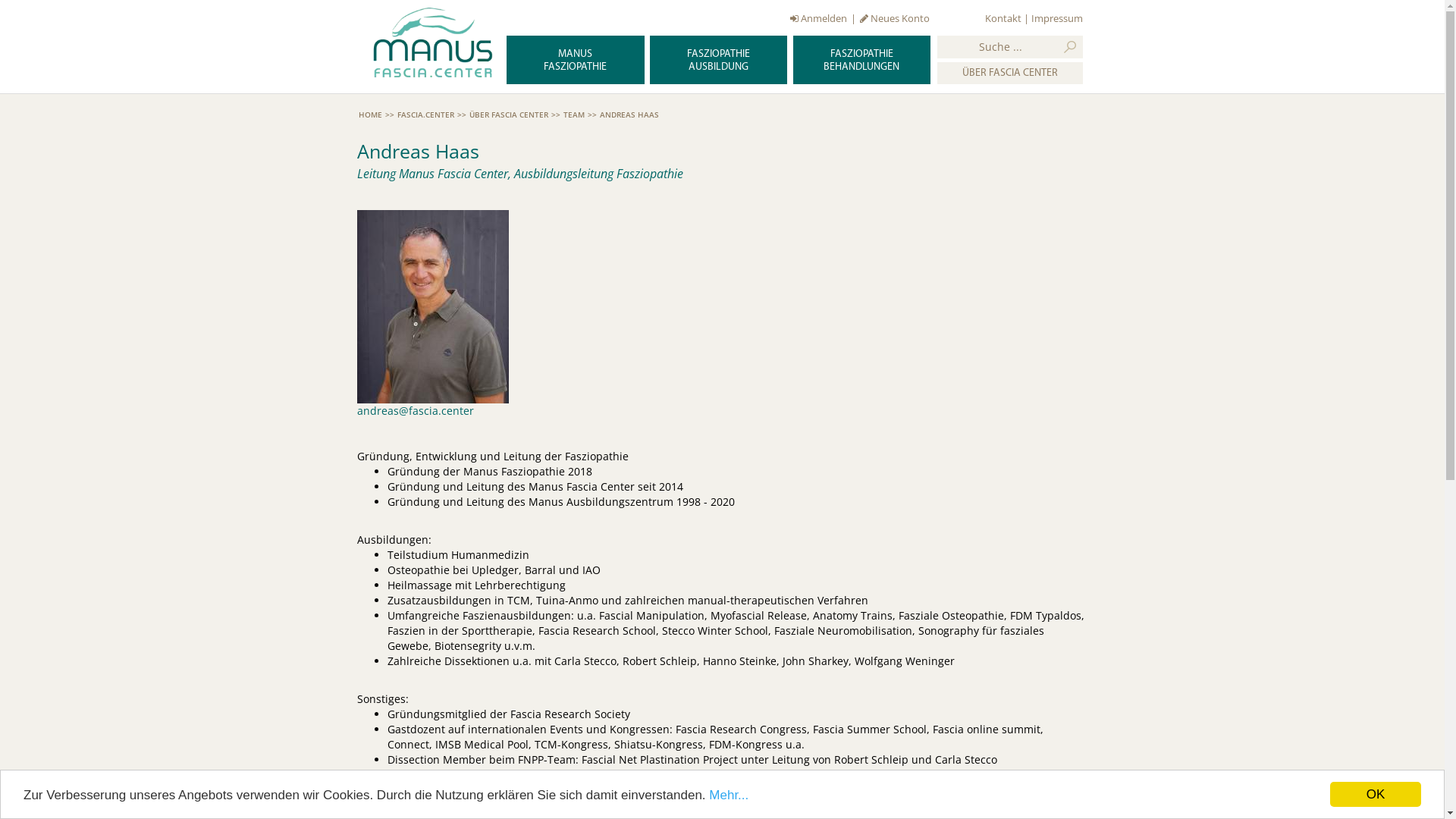  What do you see at coordinates (1329, 793) in the screenshot?
I see `'OK'` at bounding box center [1329, 793].